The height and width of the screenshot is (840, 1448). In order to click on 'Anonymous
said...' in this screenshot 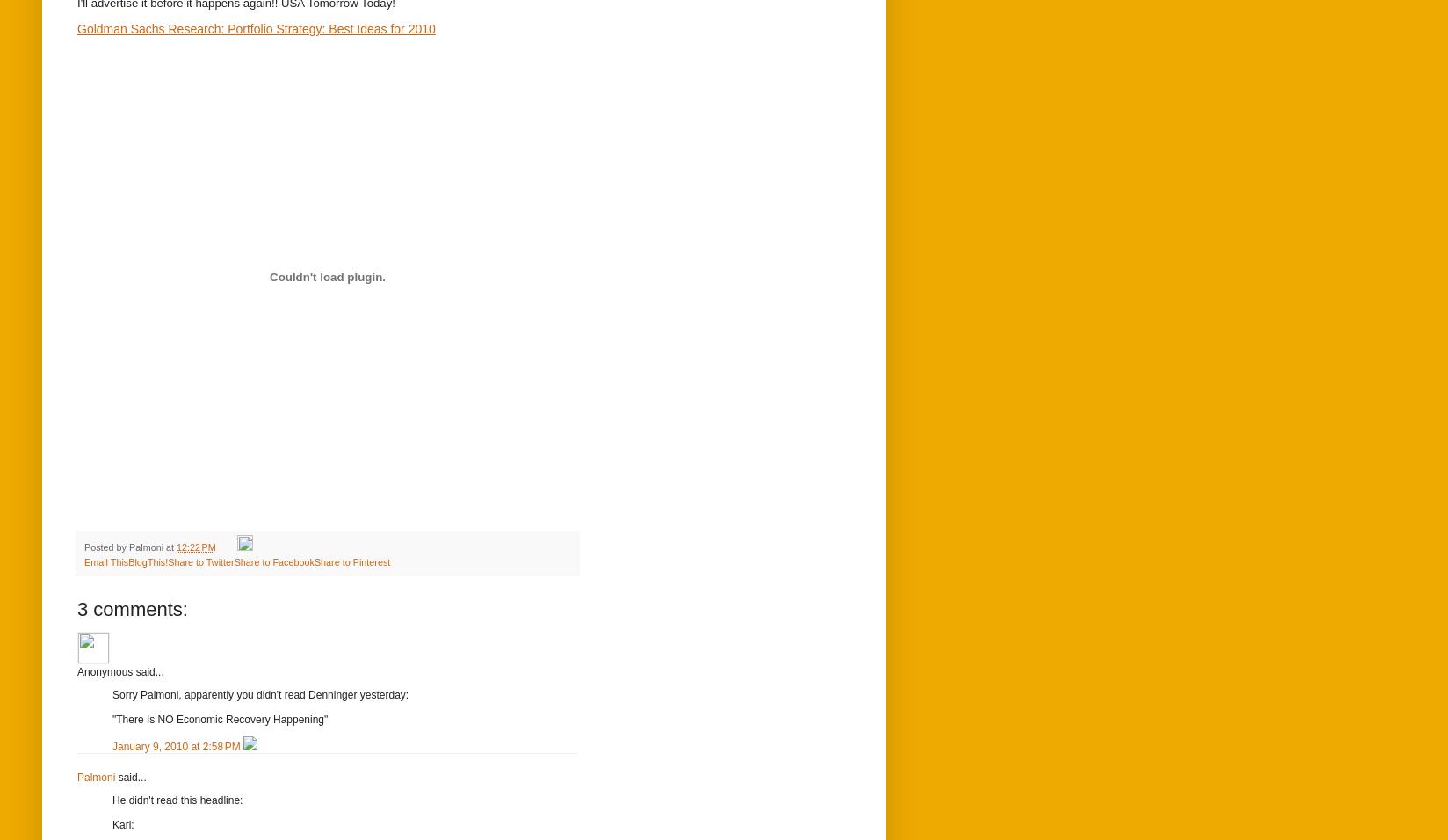, I will do `click(119, 670)`.